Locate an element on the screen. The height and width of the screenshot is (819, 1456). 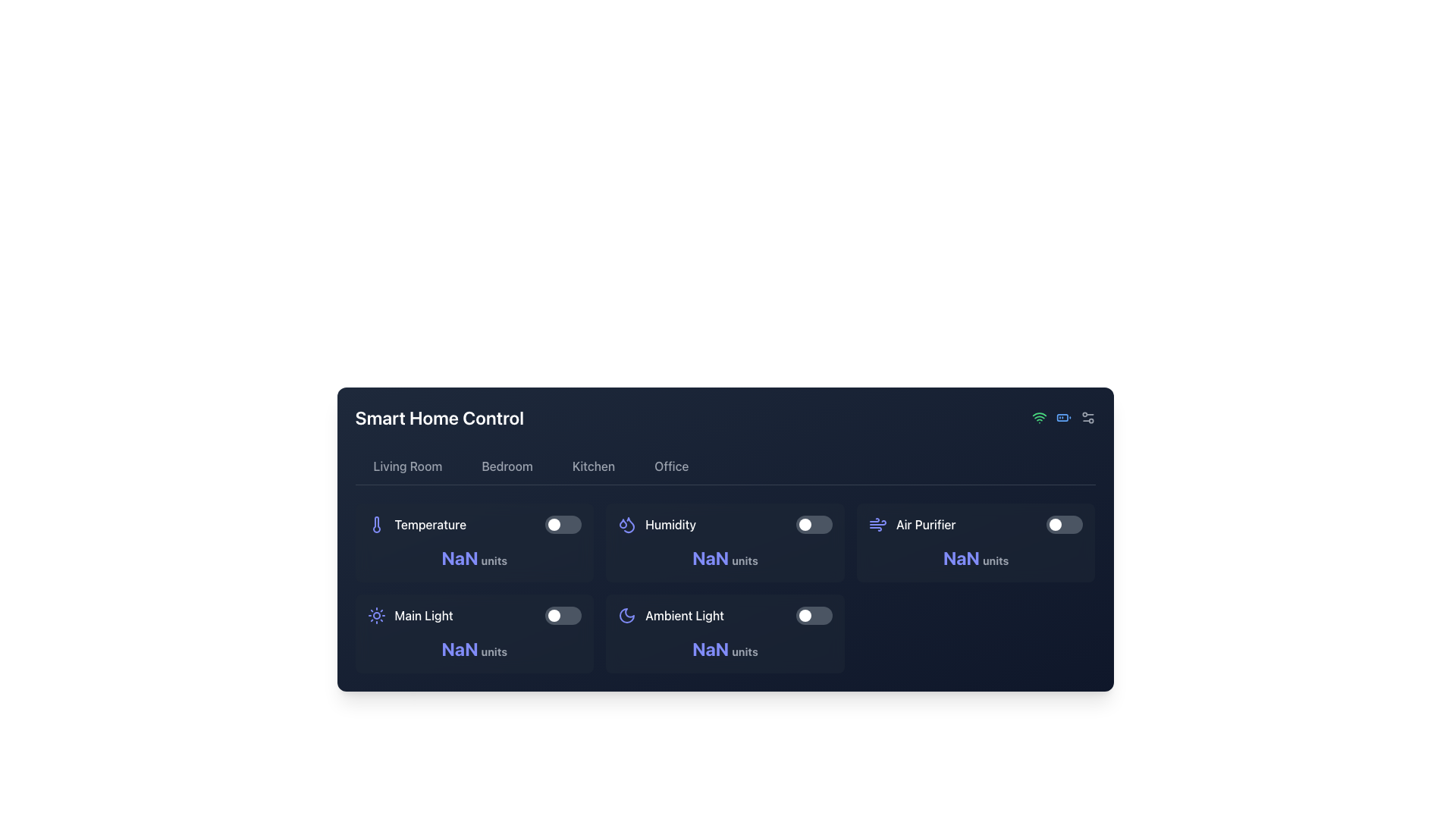
Wi-Fi status represented by the green Wi-Fi signal icon, which is the first icon in the top-right corner of the interface is located at coordinates (1038, 418).